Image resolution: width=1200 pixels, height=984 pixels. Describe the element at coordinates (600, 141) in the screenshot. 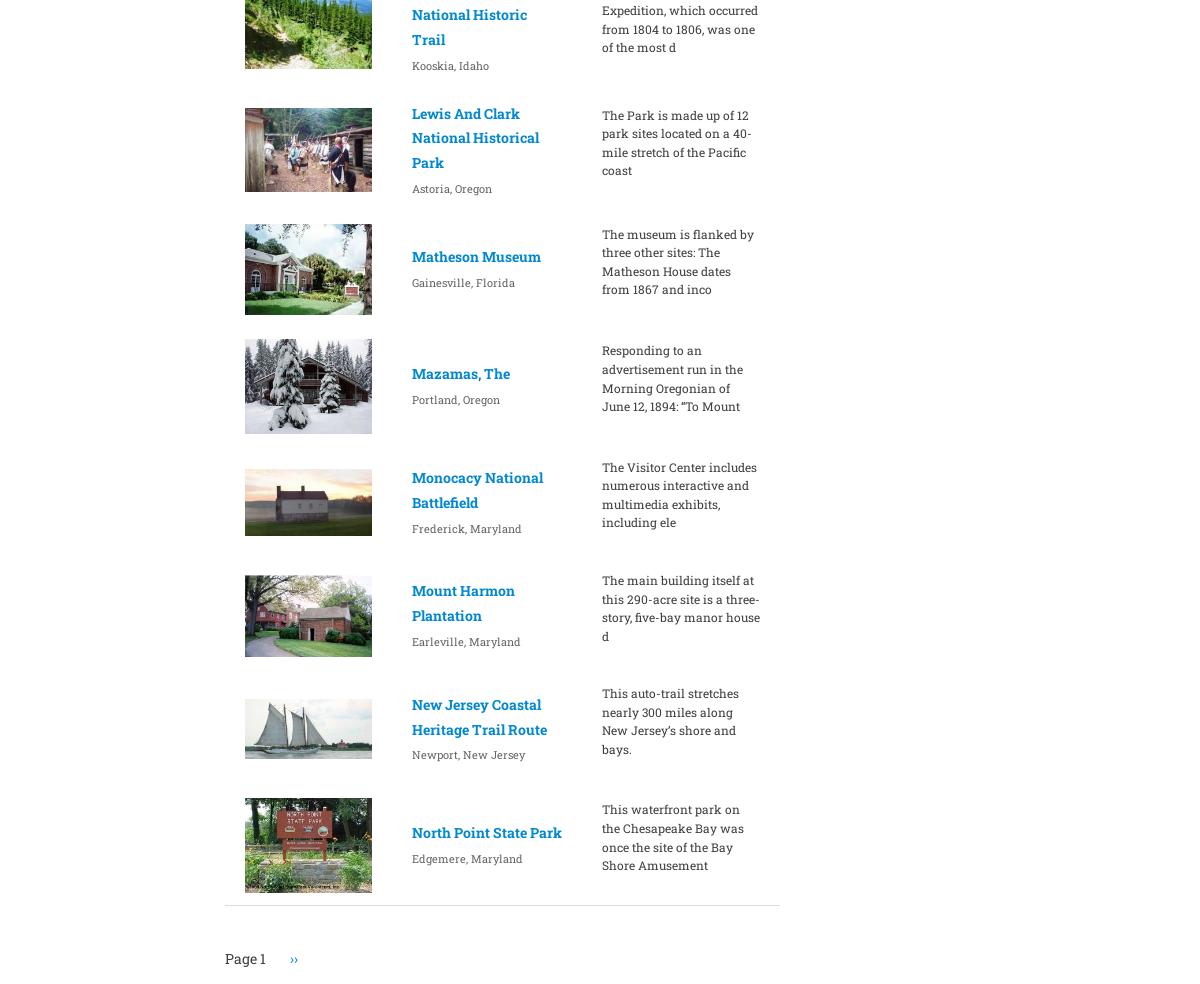

I see `'The Park is made up of 12 park sites located on a 40-mile stretch of the Pacific coast'` at that location.